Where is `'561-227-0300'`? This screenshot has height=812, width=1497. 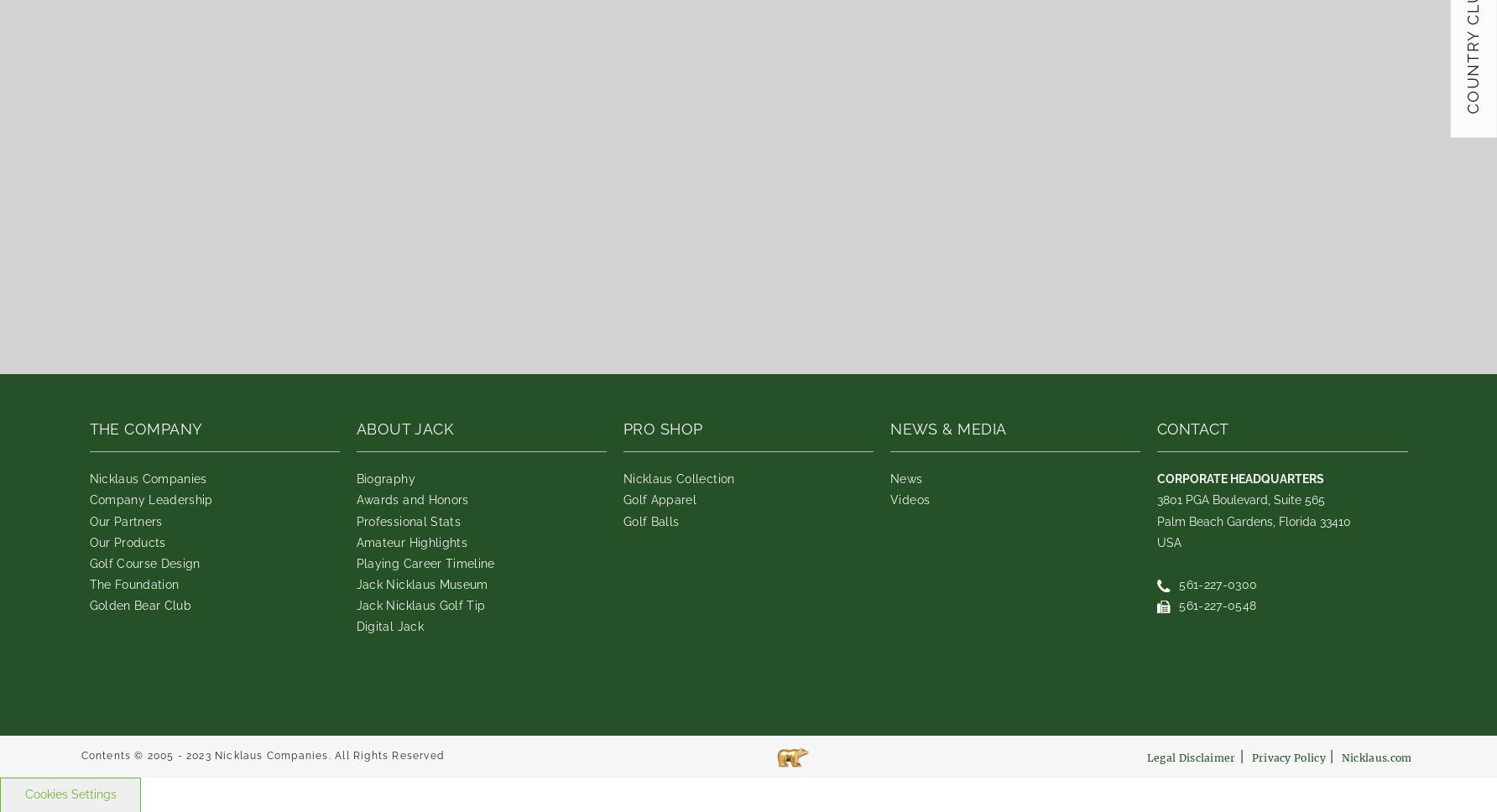
'561-227-0300' is located at coordinates (1217, 582).